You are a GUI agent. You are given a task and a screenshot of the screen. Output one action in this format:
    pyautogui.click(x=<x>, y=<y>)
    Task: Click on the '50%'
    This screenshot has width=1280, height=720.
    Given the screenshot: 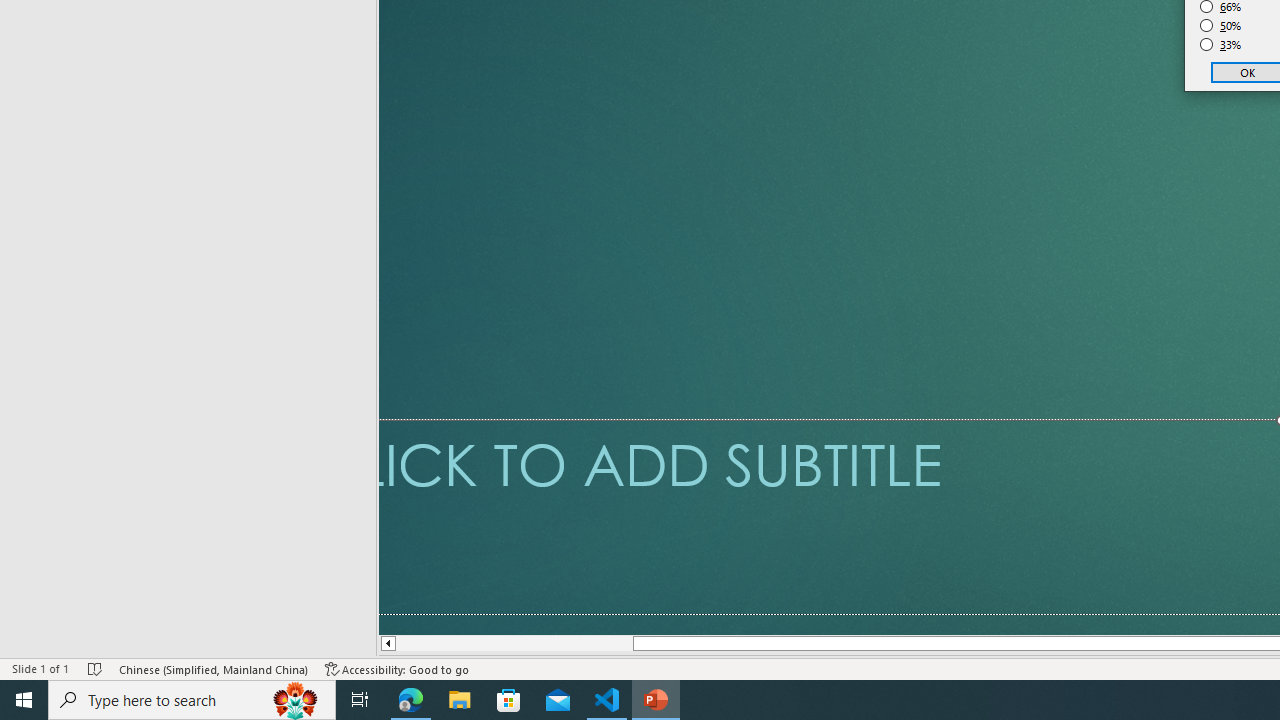 What is the action you would take?
    pyautogui.click(x=1220, y=25)
    